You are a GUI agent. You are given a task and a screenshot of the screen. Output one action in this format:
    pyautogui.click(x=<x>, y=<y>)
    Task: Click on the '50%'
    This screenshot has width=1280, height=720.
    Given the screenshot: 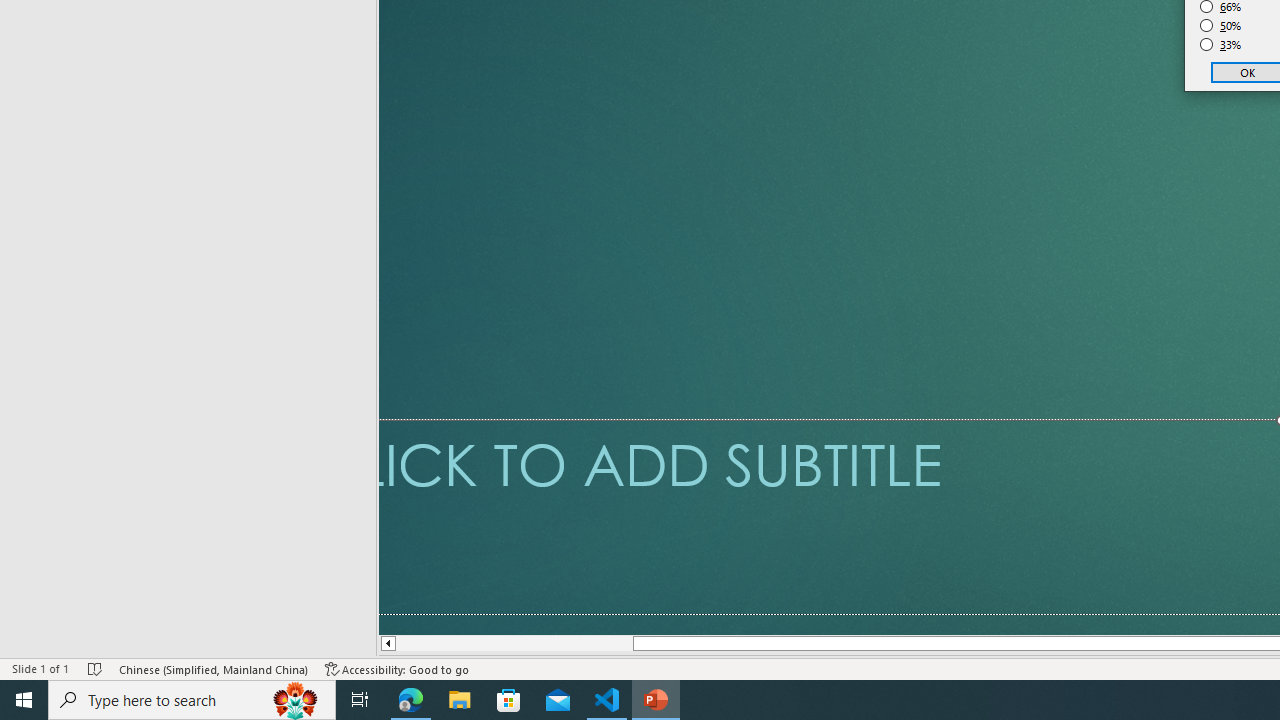 What is the action you would take?
    pyautogui.click(x=1220, y=25)
    